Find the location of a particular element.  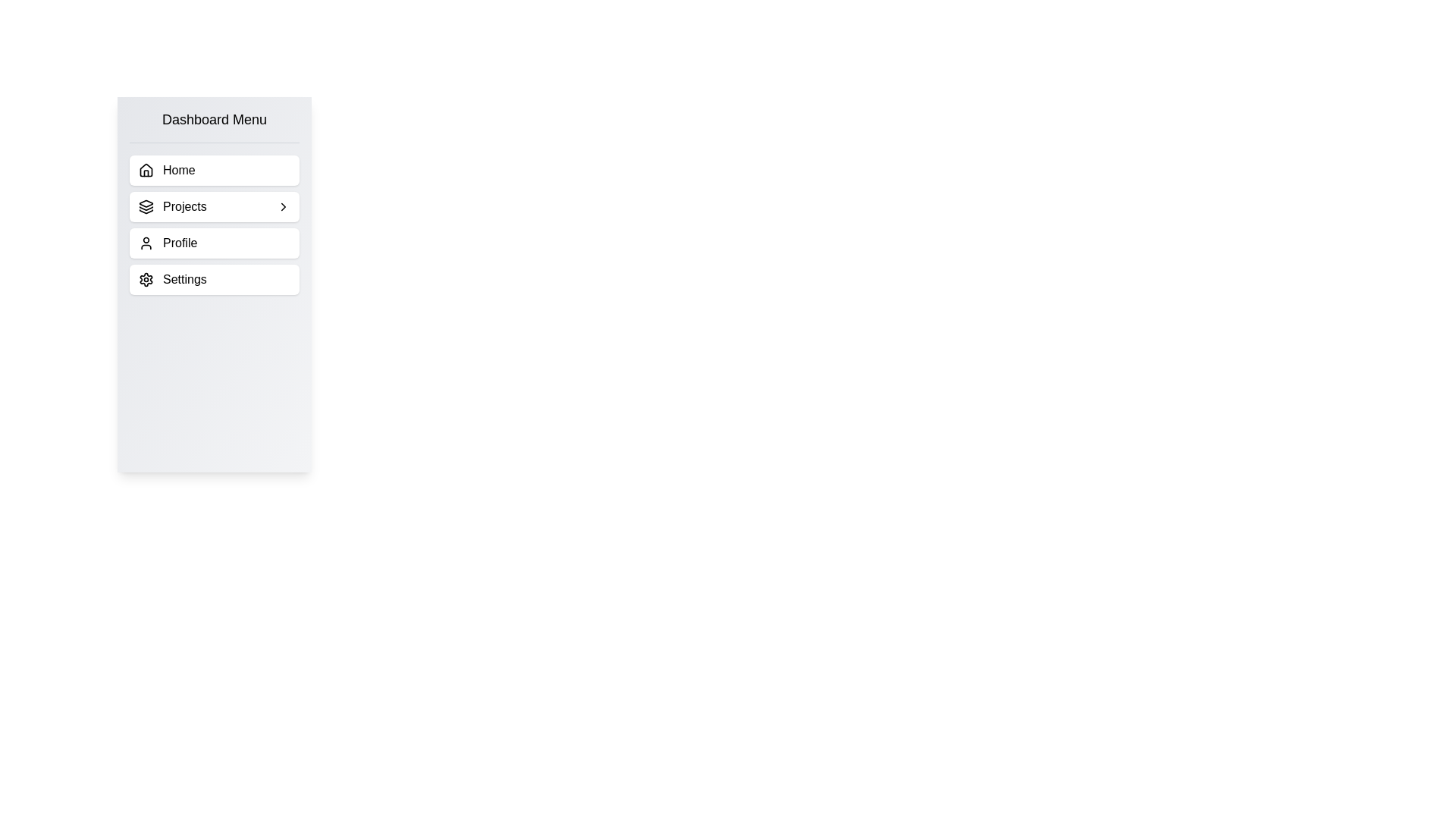

the forward arrow icon located at the far right end of the 'Projects' list item is located at coordinates (284, 207).